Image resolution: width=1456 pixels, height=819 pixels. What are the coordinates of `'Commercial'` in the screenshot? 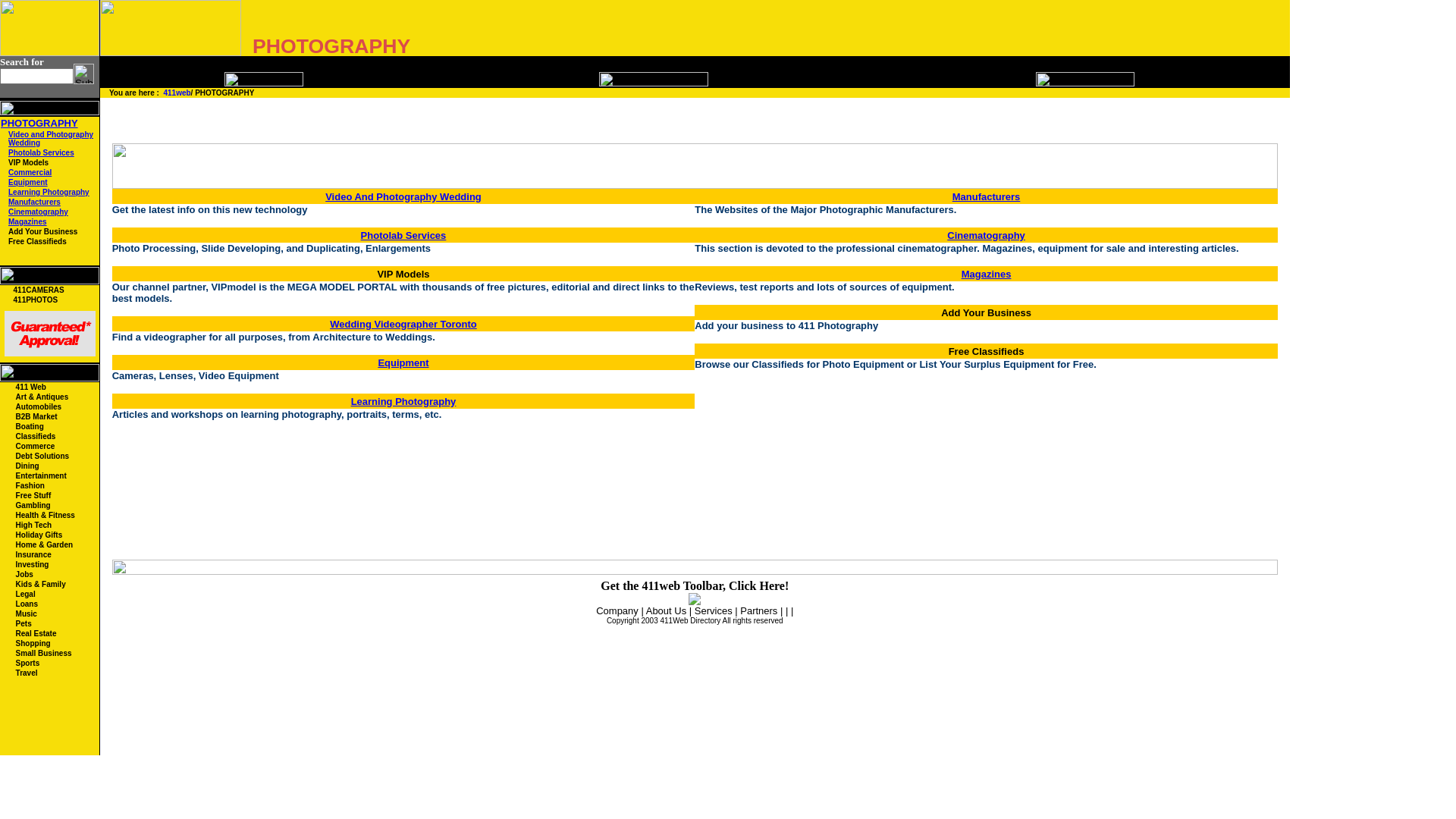 It's located at (8, 171).